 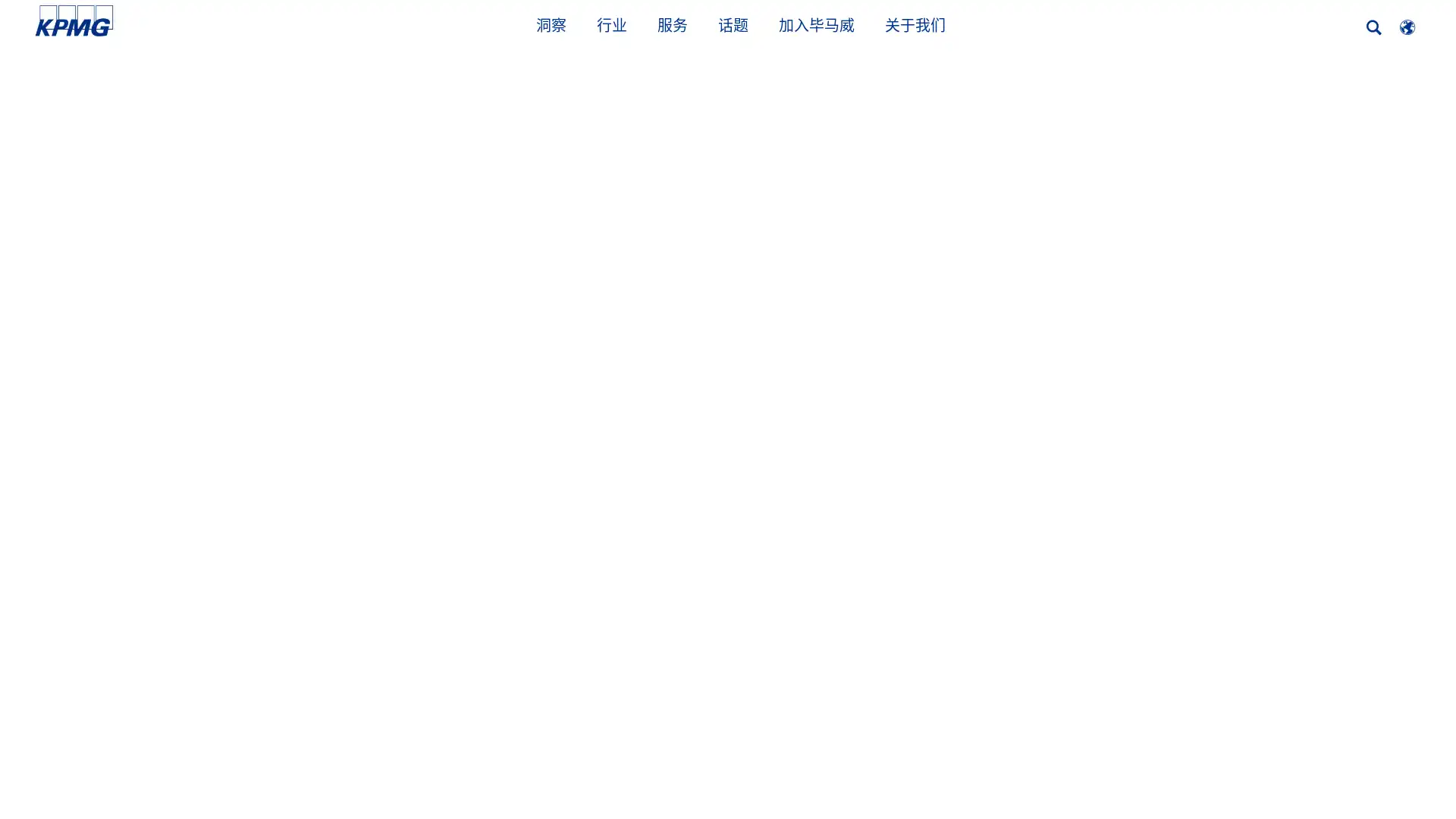 What do you see at coordinates (1169, 768) in the screenshot?
I see `cookie` at bounding box center [1169, 768].